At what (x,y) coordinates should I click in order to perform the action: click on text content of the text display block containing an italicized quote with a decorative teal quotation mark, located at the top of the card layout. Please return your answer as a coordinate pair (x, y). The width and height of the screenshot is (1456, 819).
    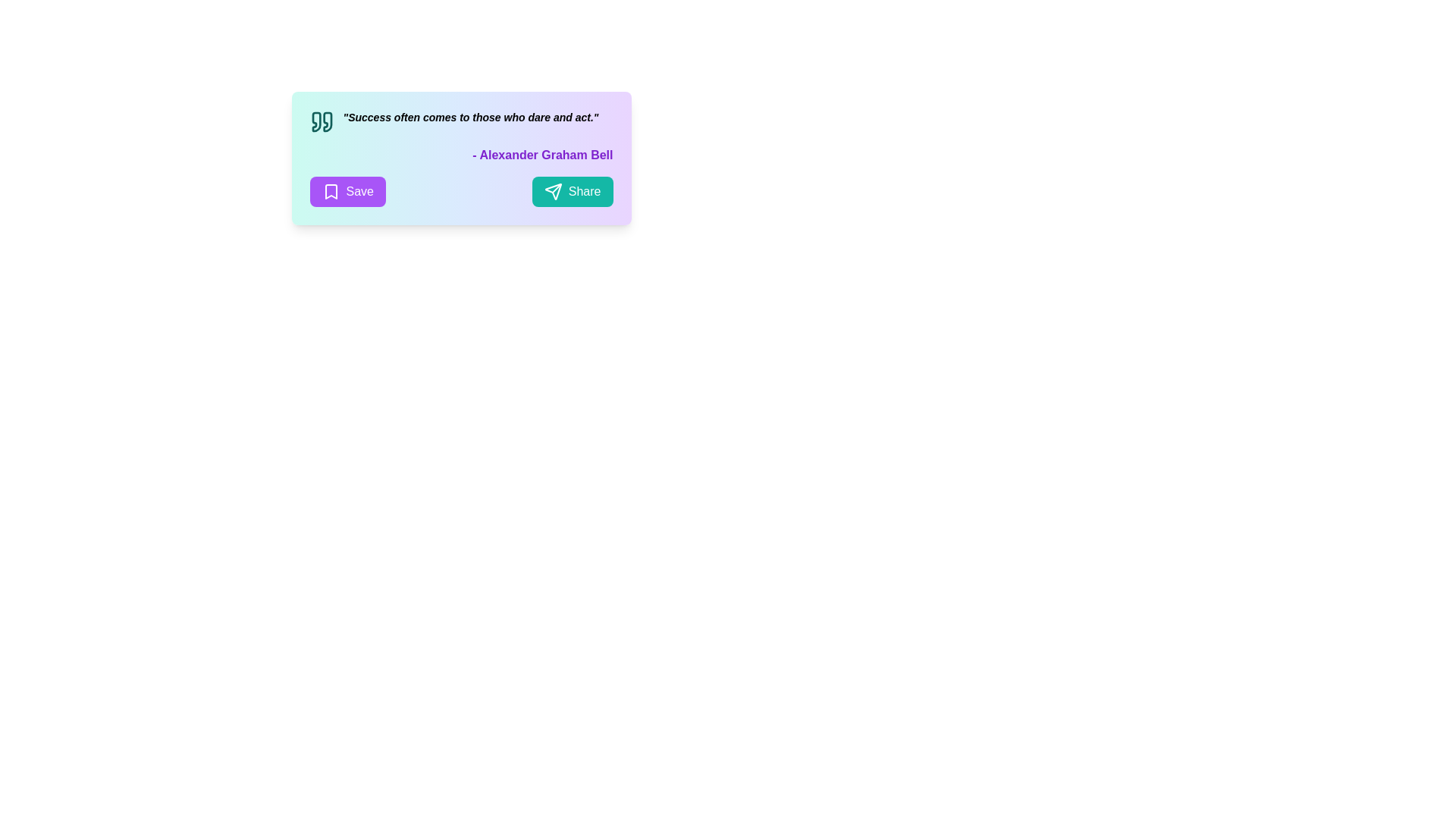
    Looking at the image, I should click on (460, 121).